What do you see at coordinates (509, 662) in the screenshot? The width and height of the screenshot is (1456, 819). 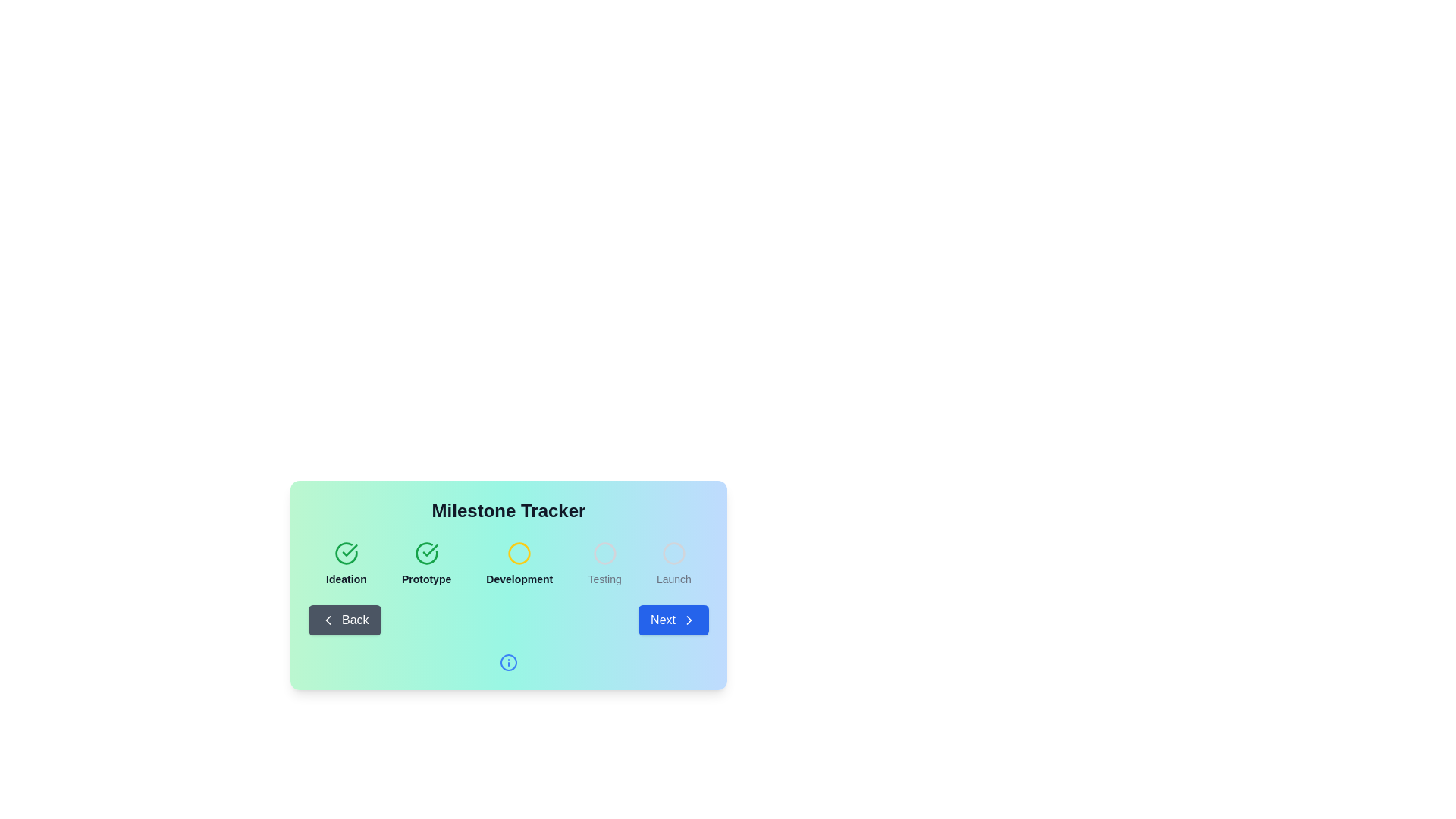 I see `the blue circular Icon (Information) with an 'i' symbol at its center` at bounding box center [509, 662].